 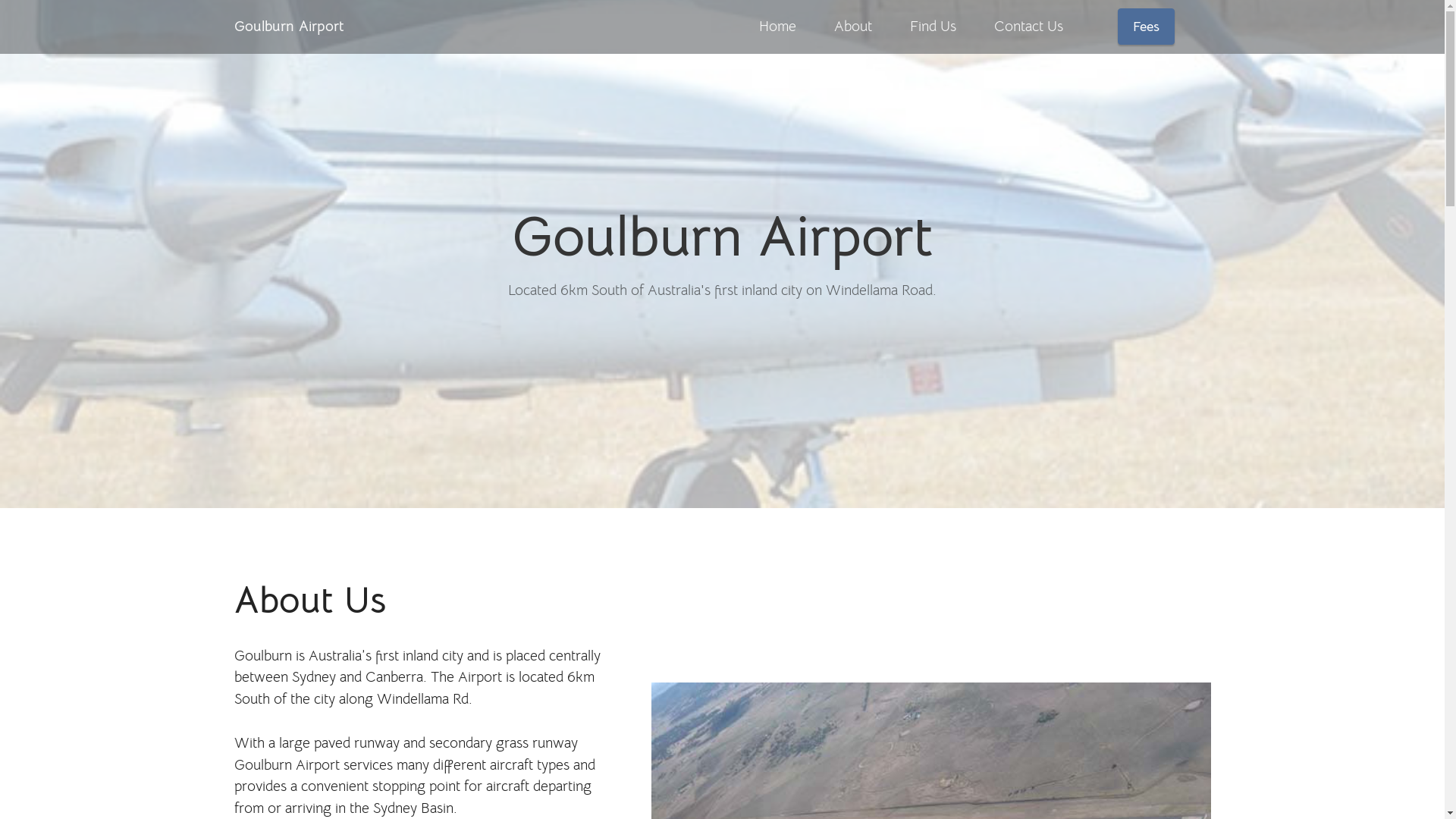 I want to click on 'Goulburn Airport', so click(x=288, y=26).